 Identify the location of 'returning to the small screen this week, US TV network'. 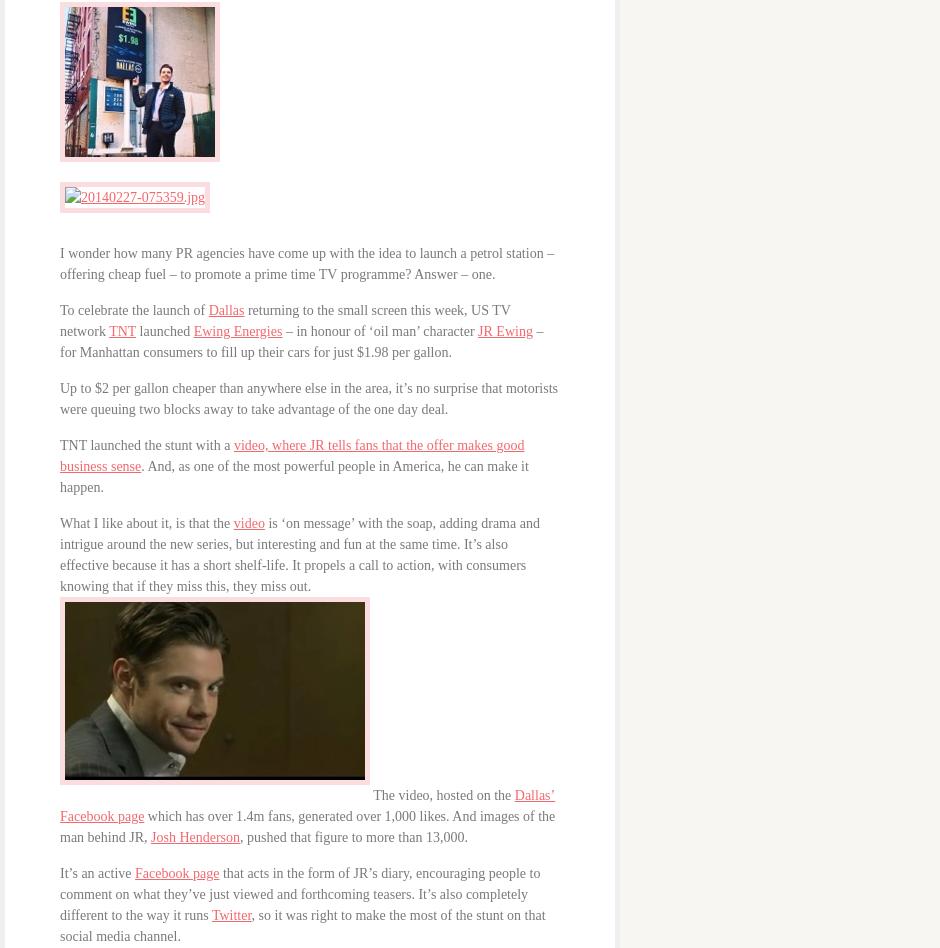
(284, 320).